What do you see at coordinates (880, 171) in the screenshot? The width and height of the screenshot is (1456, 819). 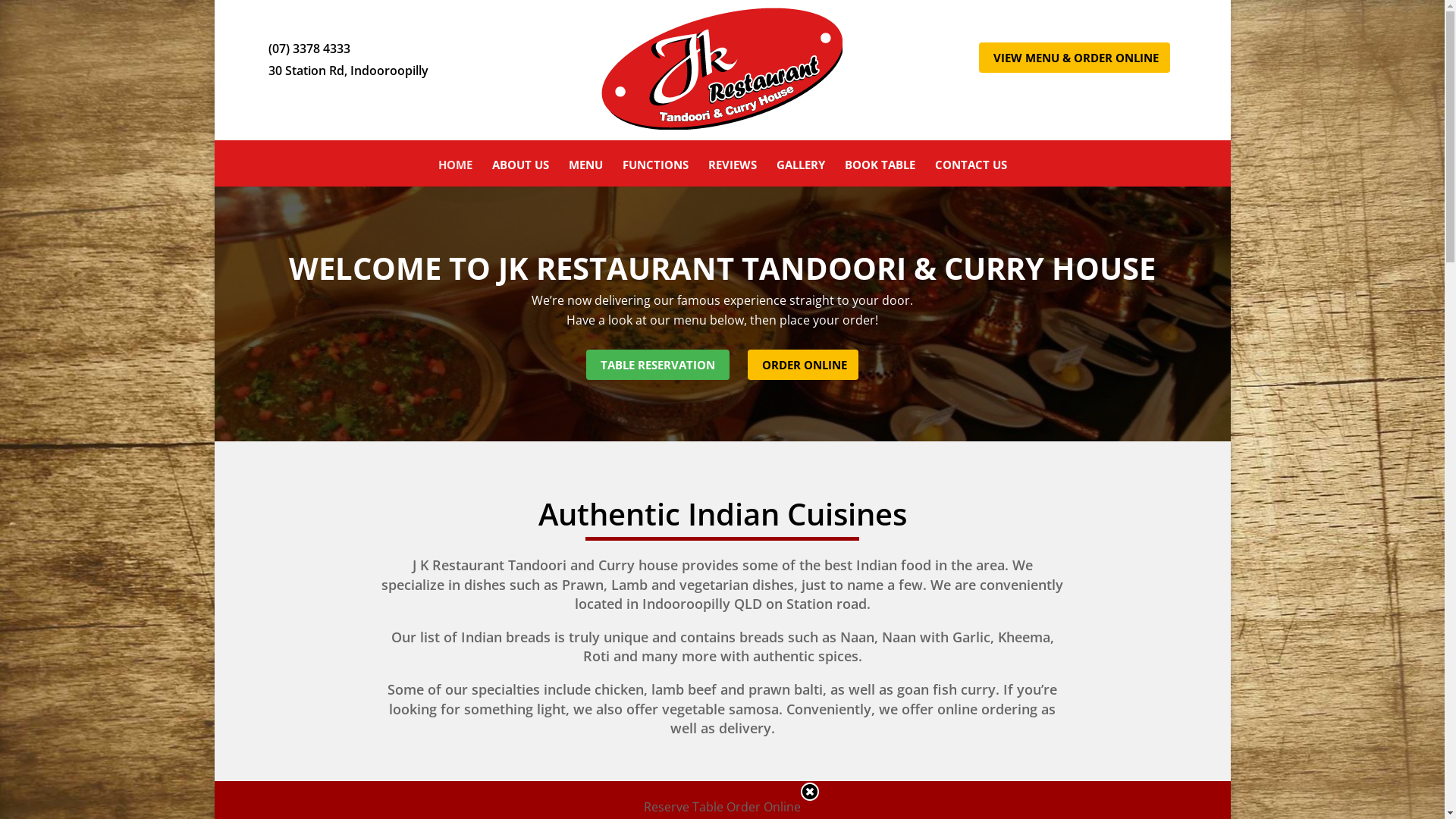 I see `'BOOK TABLE'` at bounding box center [880, 171].